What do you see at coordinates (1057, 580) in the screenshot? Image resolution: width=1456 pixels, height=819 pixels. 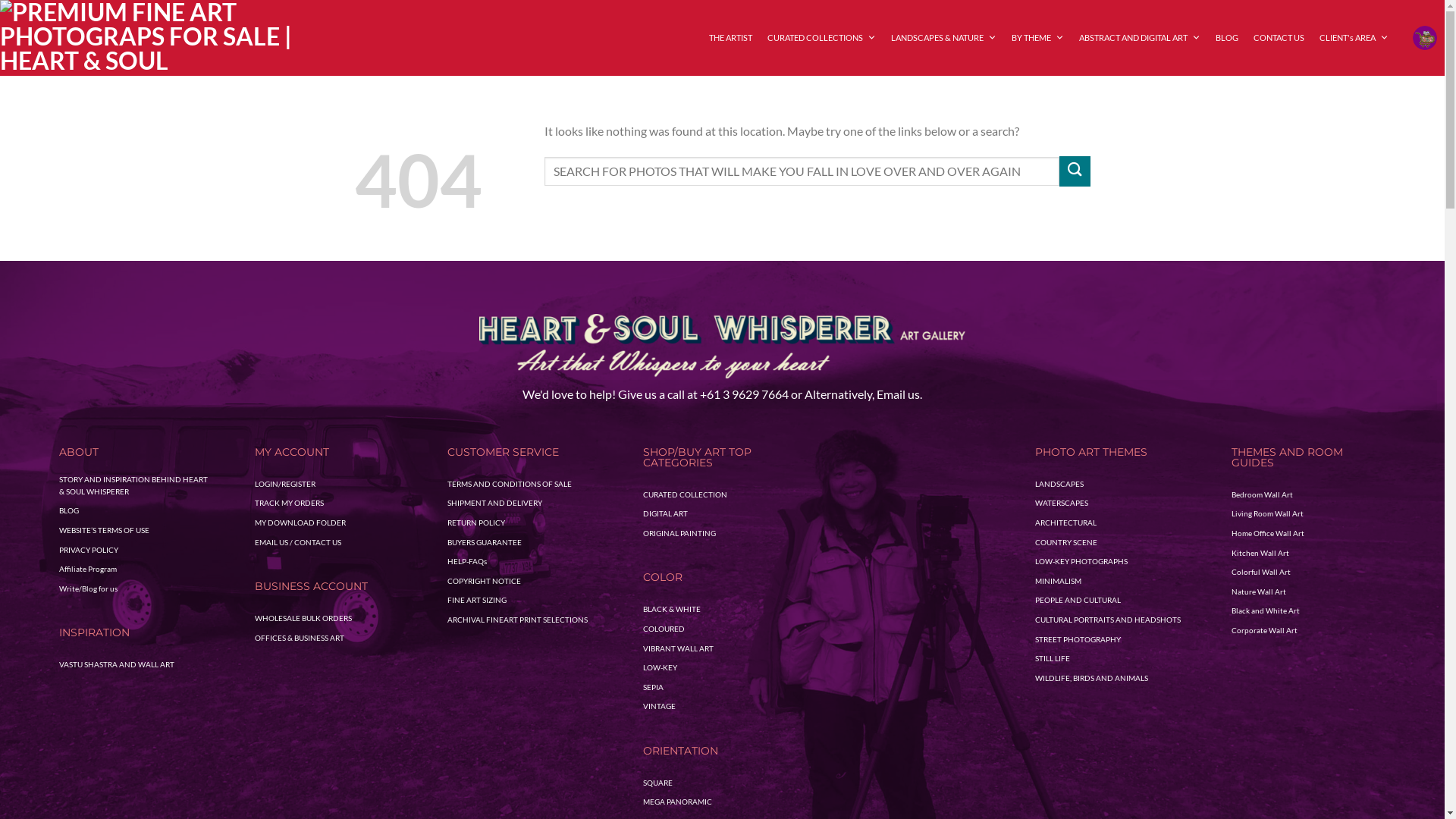 I see `'MINIMALISM'` at bounding box center [1057, 580].